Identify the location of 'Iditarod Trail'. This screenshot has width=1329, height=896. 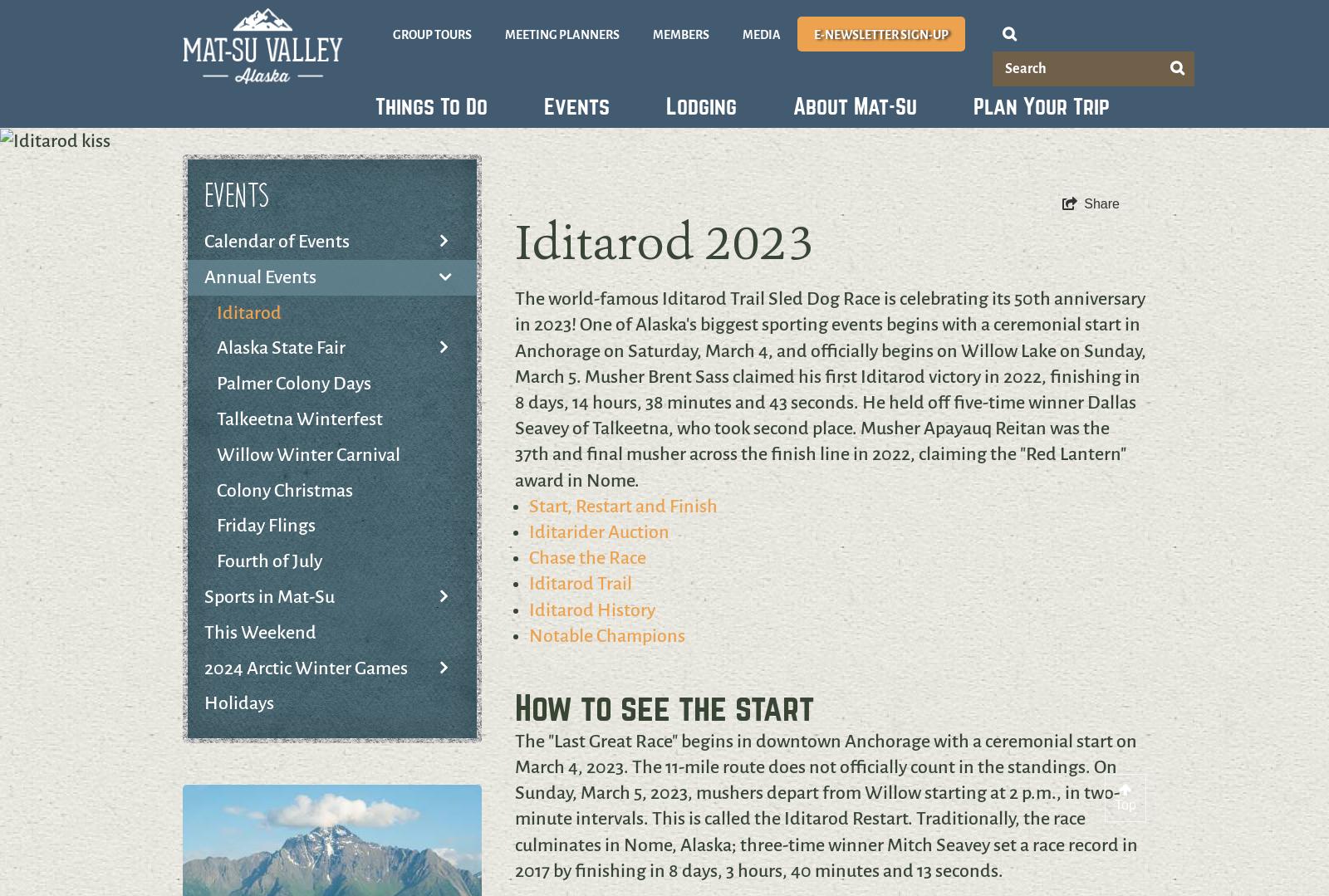
(580, 583).